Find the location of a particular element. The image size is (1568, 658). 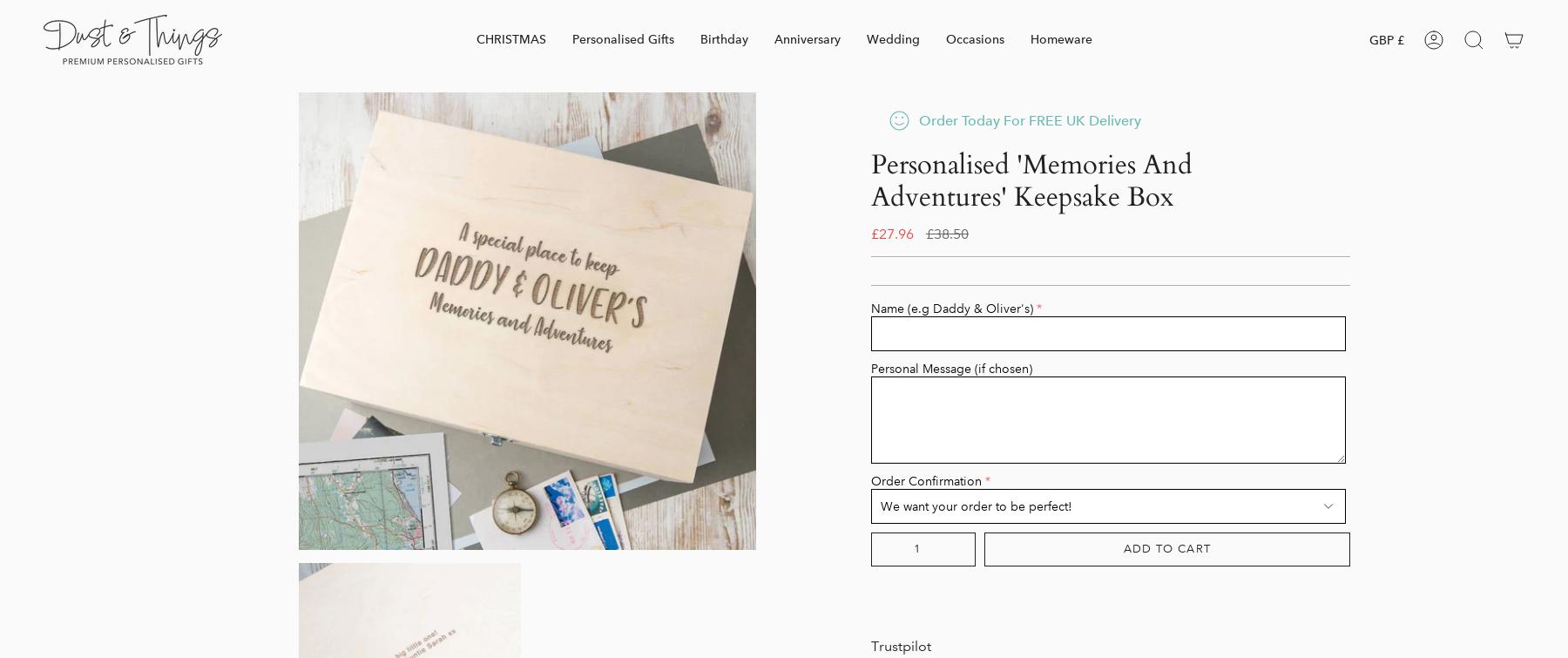

'Contact' is located at coordinates (68, 526).